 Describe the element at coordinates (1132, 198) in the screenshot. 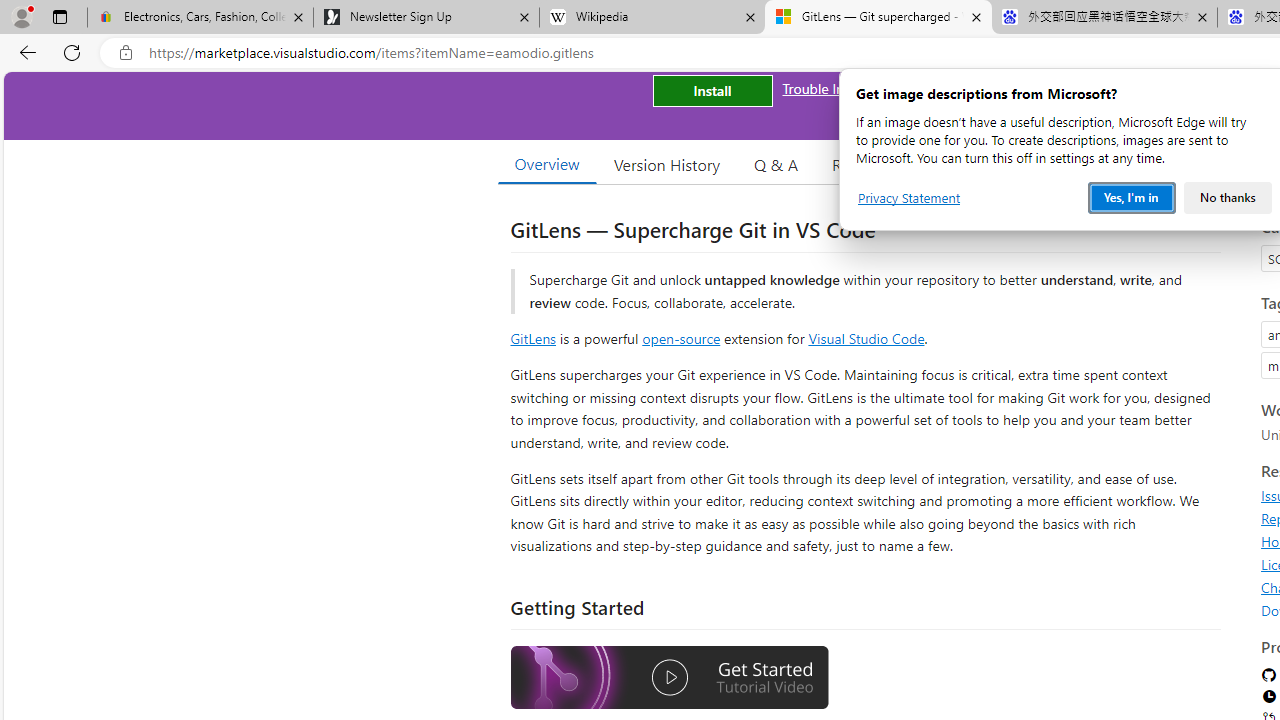

I see `'Yes, I'` at that location.